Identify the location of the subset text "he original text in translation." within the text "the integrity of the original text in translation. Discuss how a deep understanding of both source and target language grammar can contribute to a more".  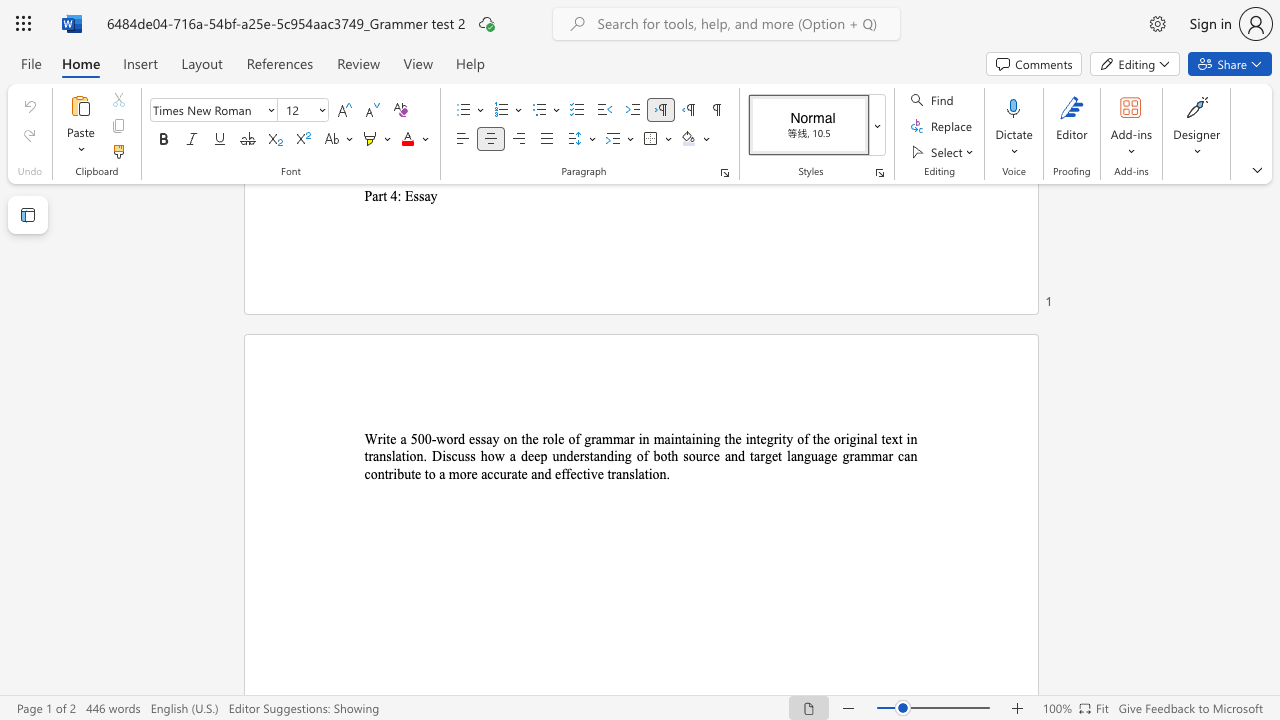
(816, 438).